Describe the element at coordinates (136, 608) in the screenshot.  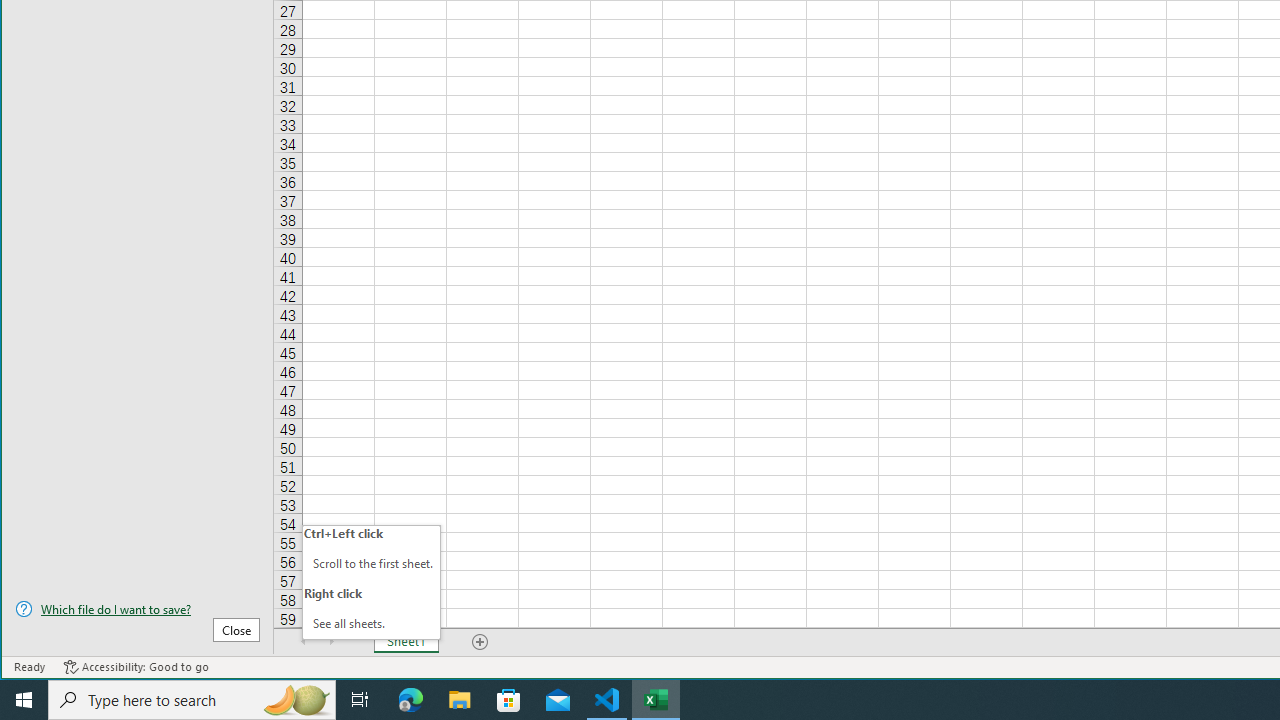
I see `'Which file do I want to save?'` at that location.